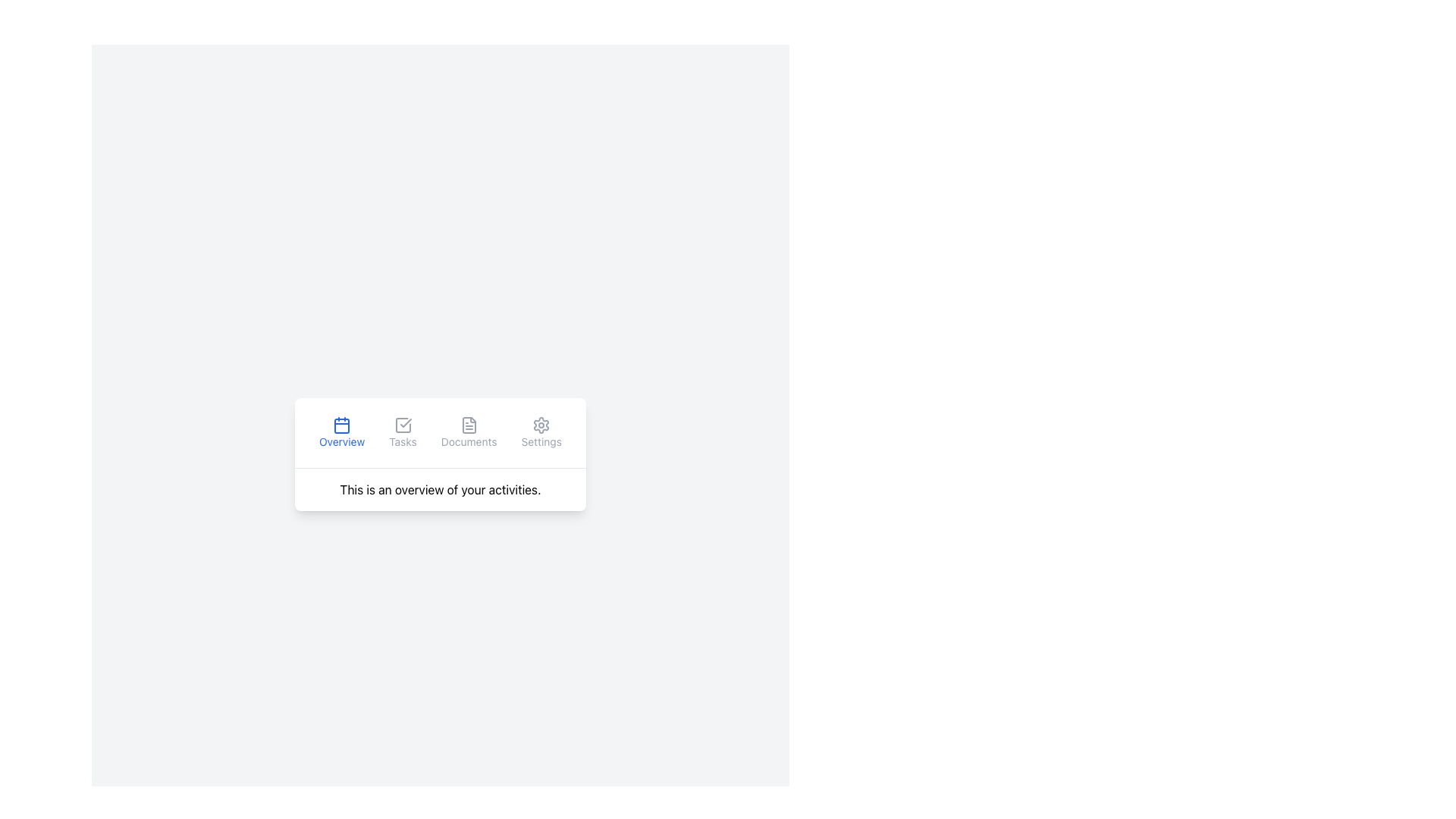  Describe the element at coordinates (403, 432) in the screenshot. I see `the button located in the horizontal navigation bar that navigates to the tasks section of the application` at that location.